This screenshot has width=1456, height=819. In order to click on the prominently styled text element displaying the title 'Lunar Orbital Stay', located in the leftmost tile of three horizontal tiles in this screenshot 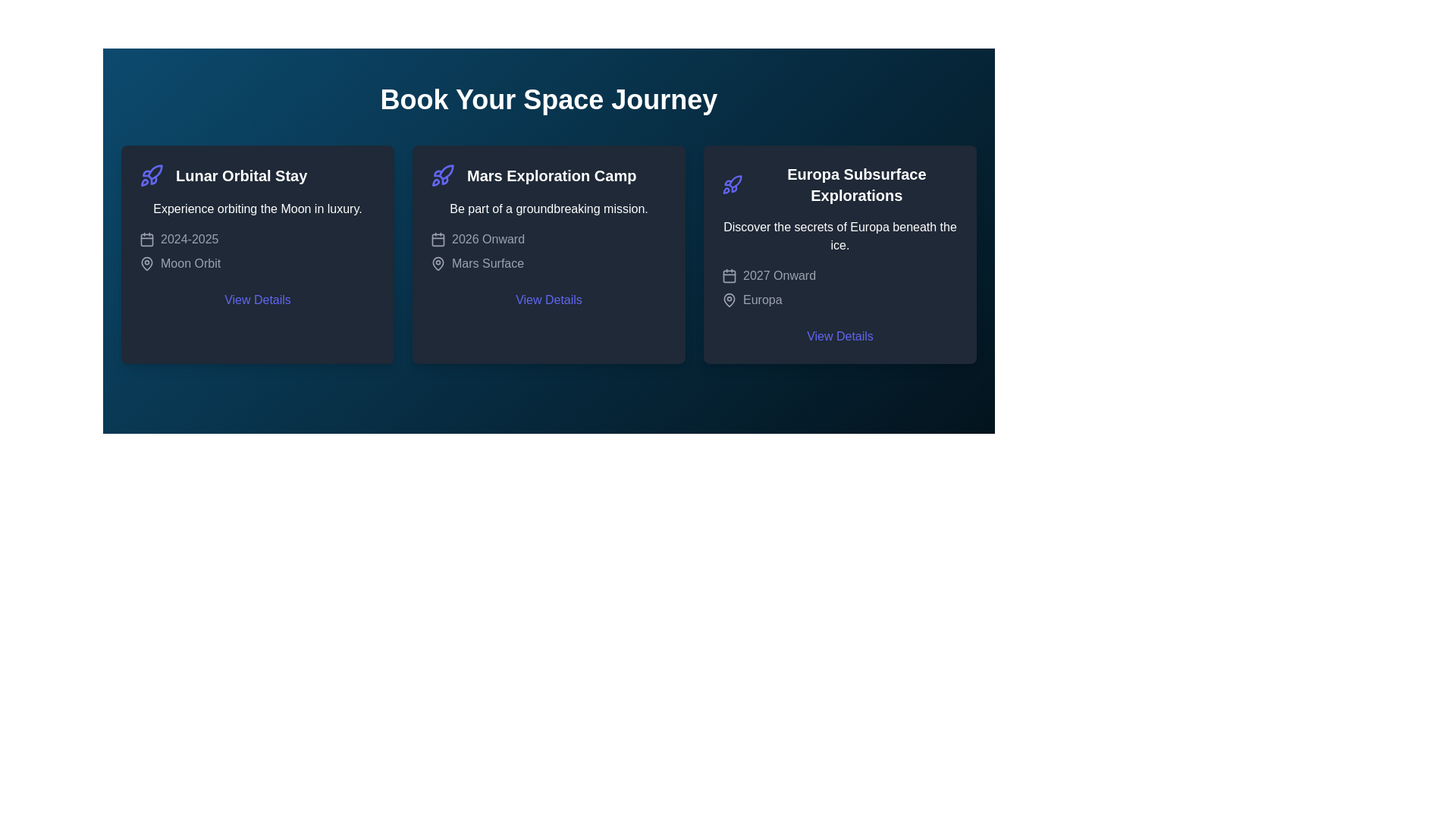, I will do `click(240, 174)`.